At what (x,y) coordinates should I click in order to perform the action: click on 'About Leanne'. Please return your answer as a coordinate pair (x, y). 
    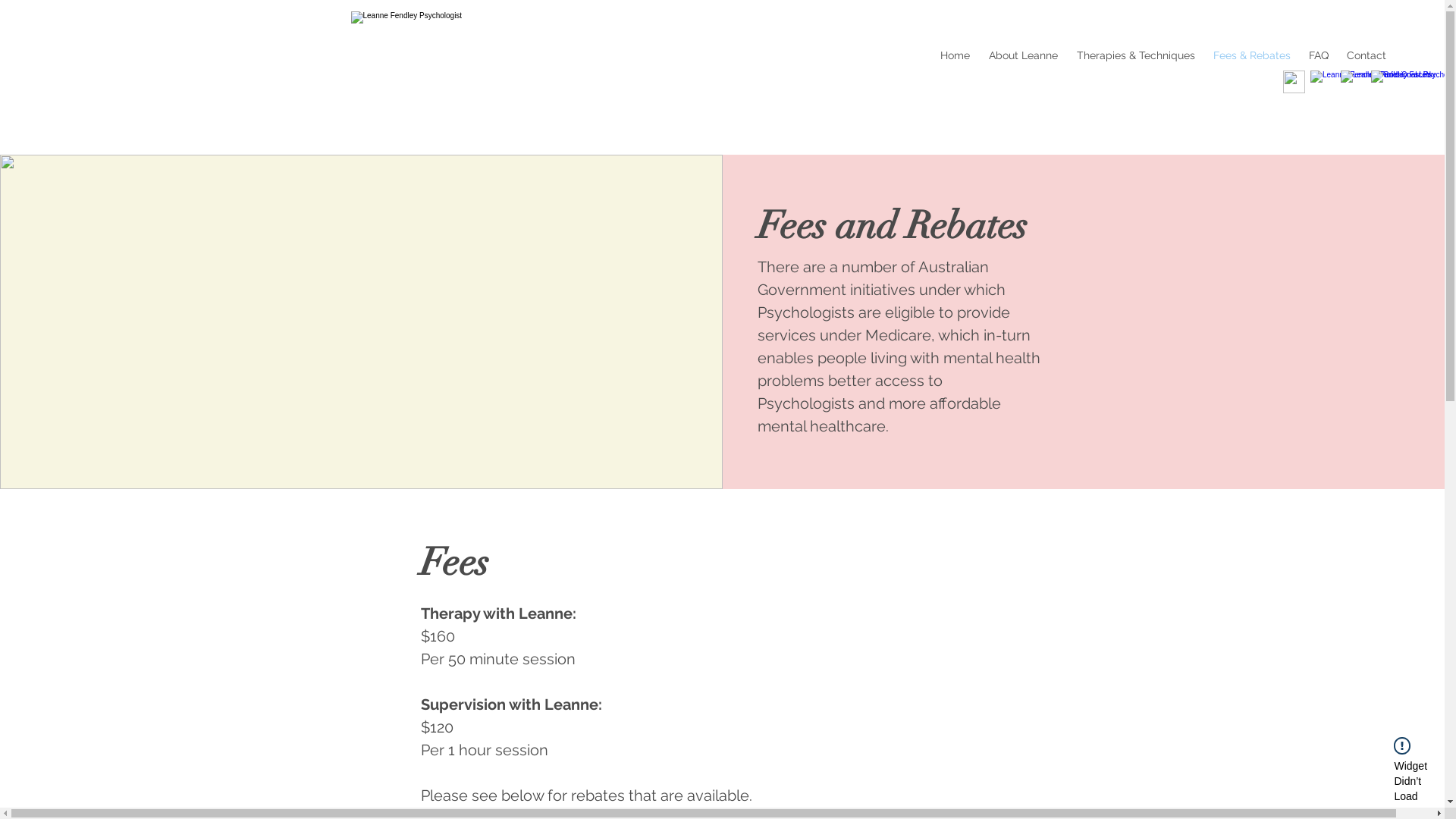
    Looking at the image, I should click on (1021, 55).